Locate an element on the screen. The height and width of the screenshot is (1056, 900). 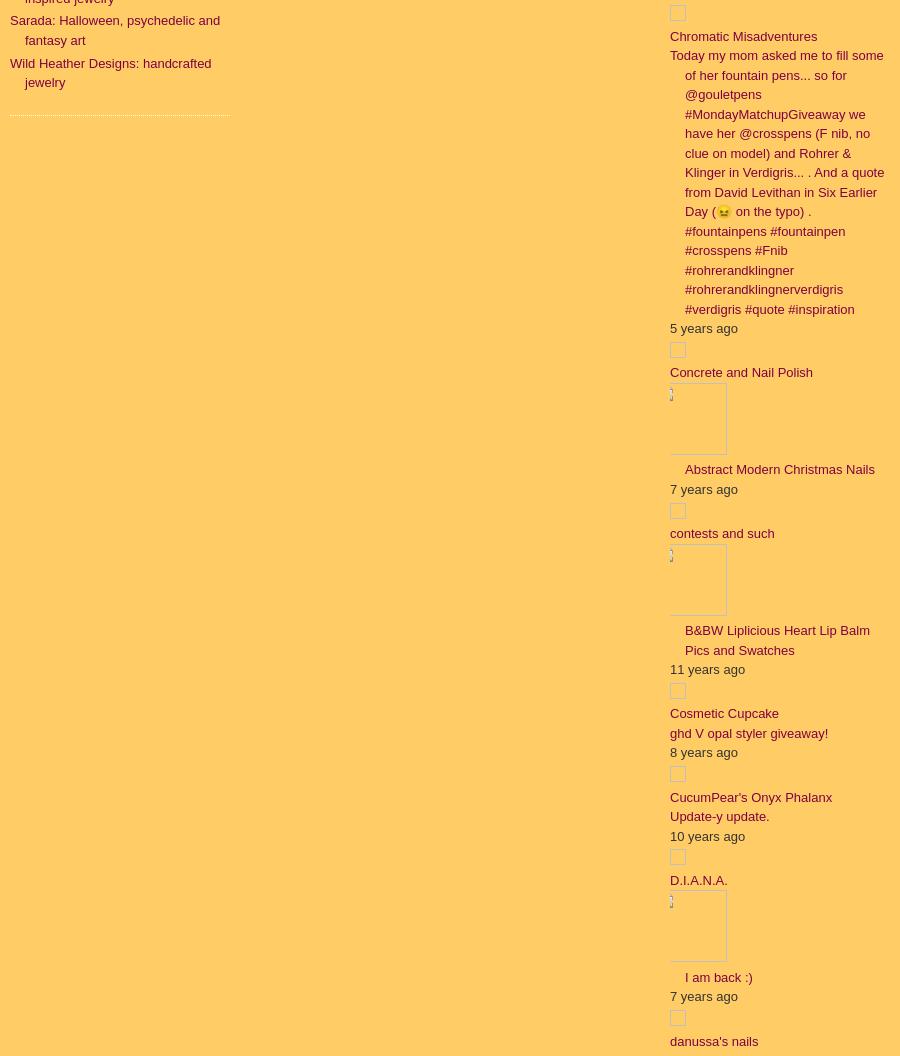
'Concrete and Nail Polish' is located at coordinates (669, 371).